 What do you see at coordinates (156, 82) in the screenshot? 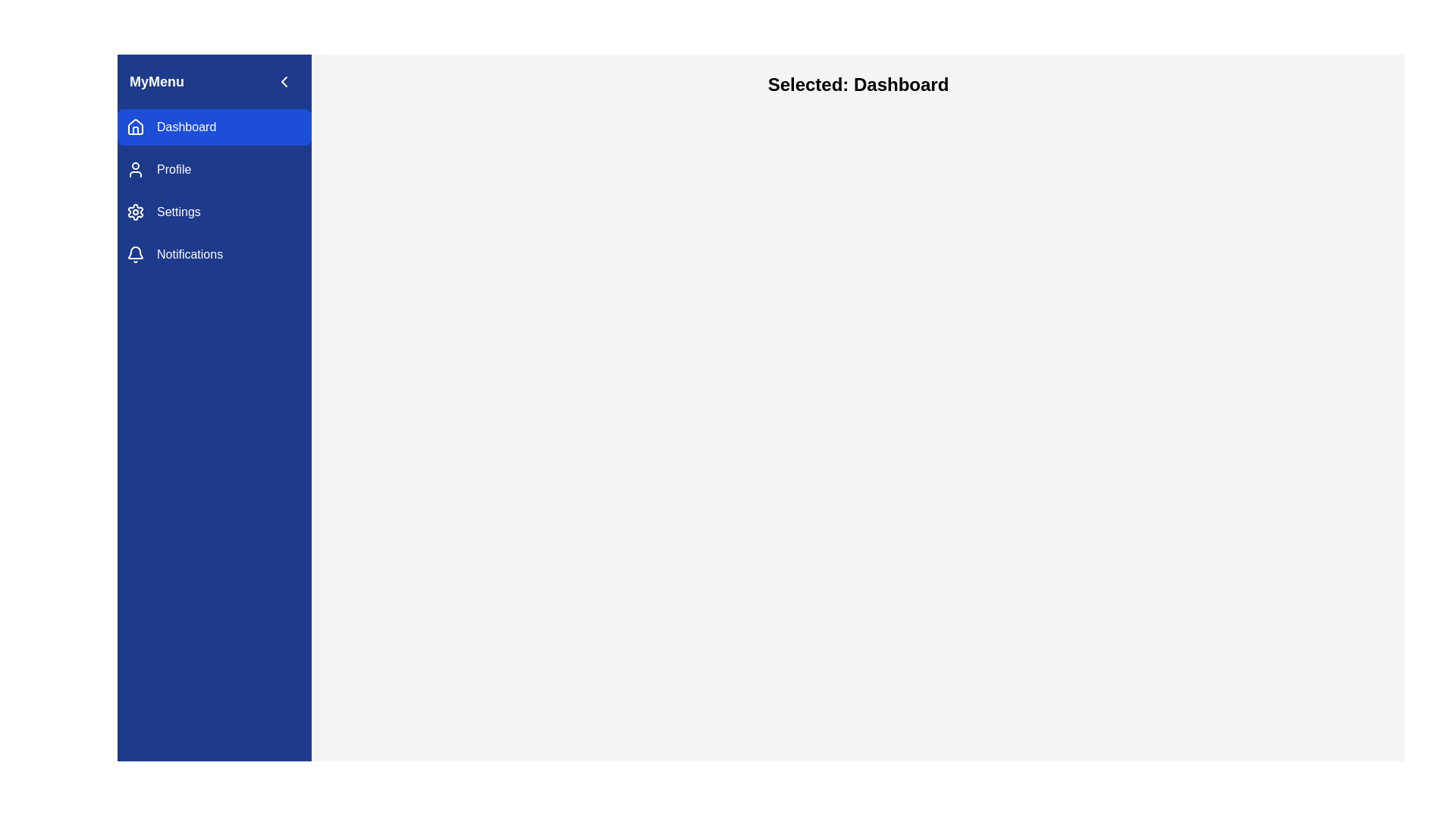
I see `the text label that serves as a title for the menu panel, located at the top-left corner of the side menu` at bounding box center [156, 82].